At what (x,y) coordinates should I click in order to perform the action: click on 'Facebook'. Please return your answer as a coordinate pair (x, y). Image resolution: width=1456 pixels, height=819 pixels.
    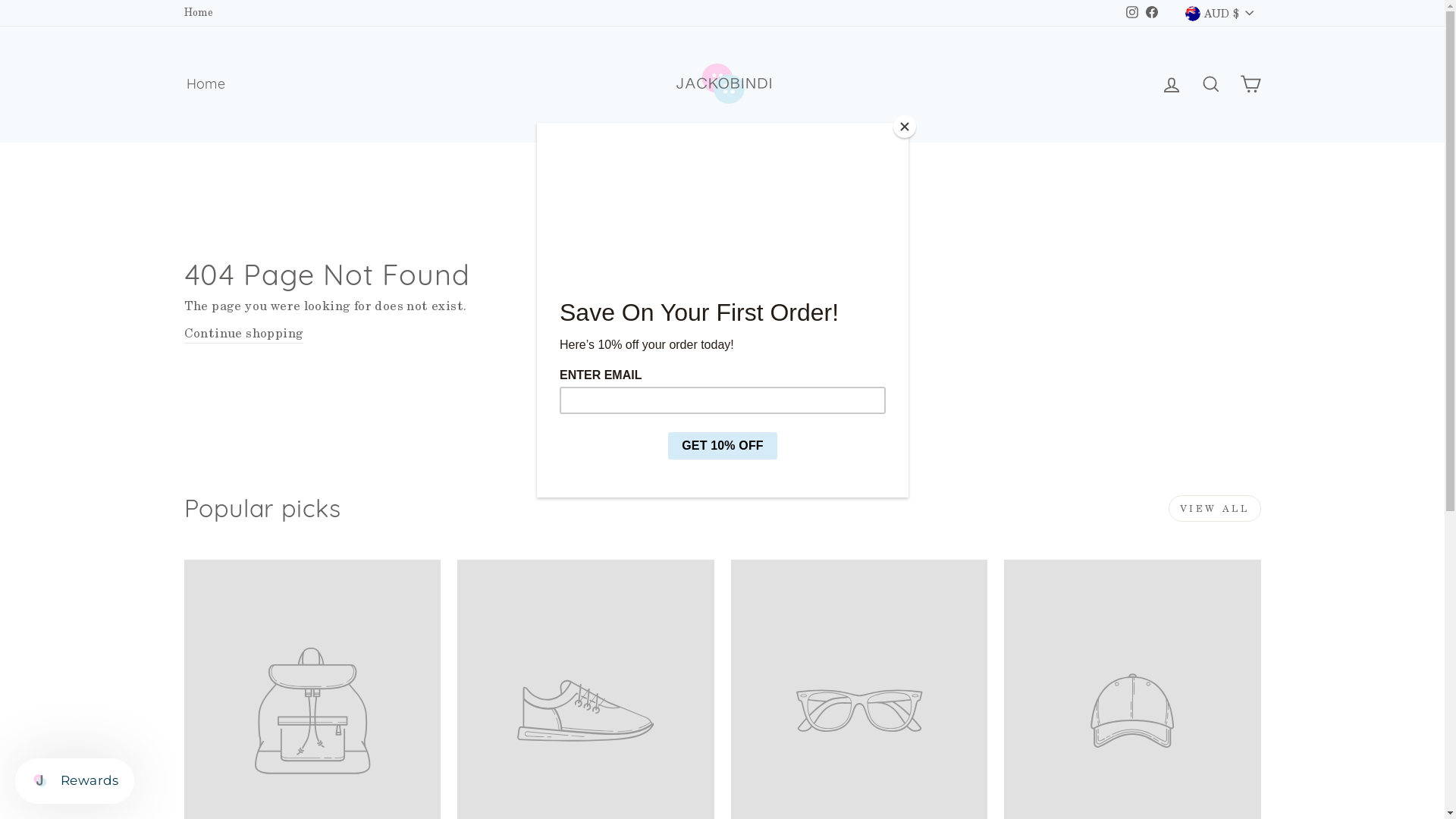
    Looking at the image, I should click on (1142, 12).